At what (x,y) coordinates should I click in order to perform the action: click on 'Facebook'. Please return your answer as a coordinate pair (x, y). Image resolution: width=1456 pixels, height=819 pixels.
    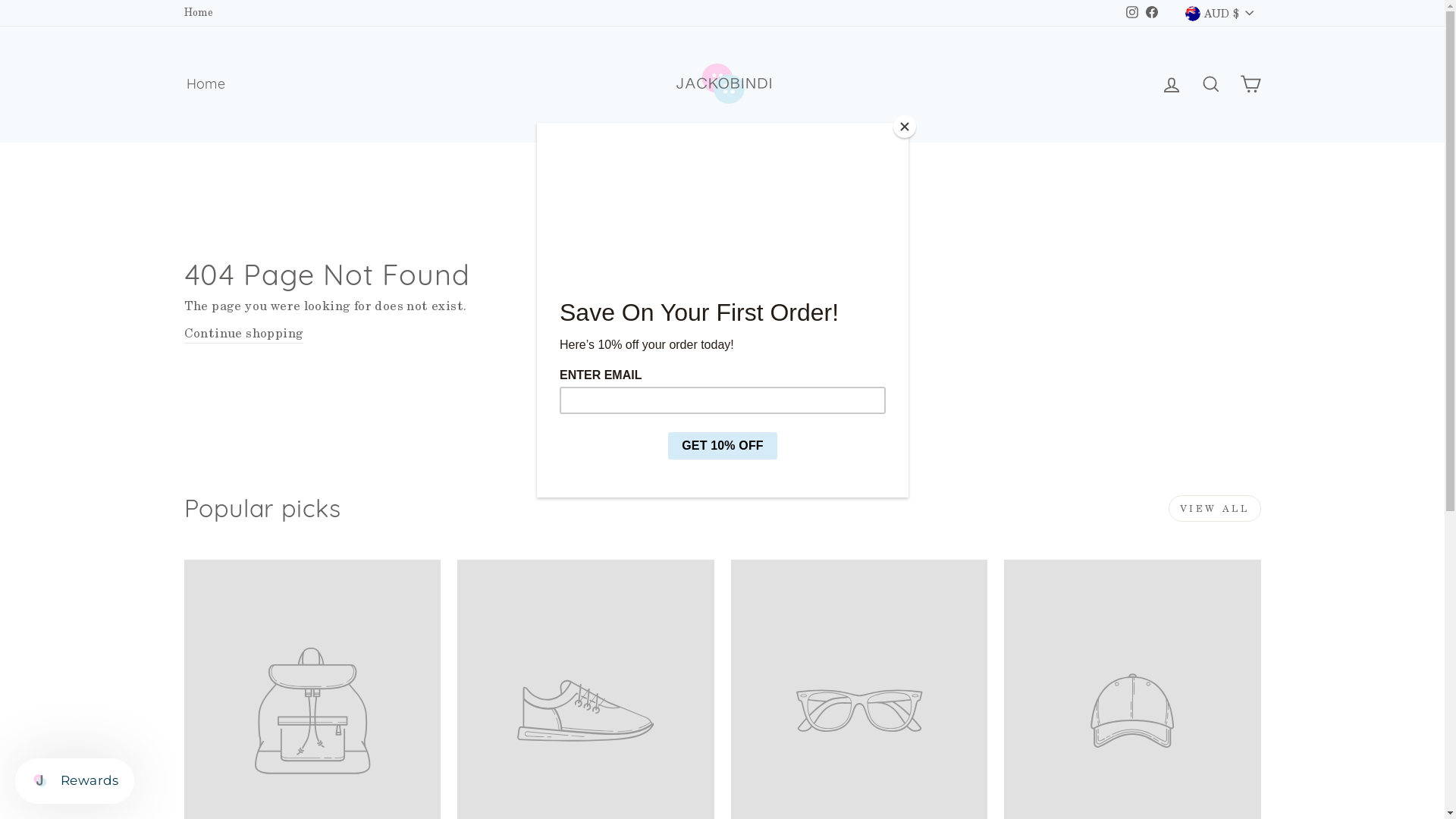
    Looking at the image, I should click on (1142, 12).